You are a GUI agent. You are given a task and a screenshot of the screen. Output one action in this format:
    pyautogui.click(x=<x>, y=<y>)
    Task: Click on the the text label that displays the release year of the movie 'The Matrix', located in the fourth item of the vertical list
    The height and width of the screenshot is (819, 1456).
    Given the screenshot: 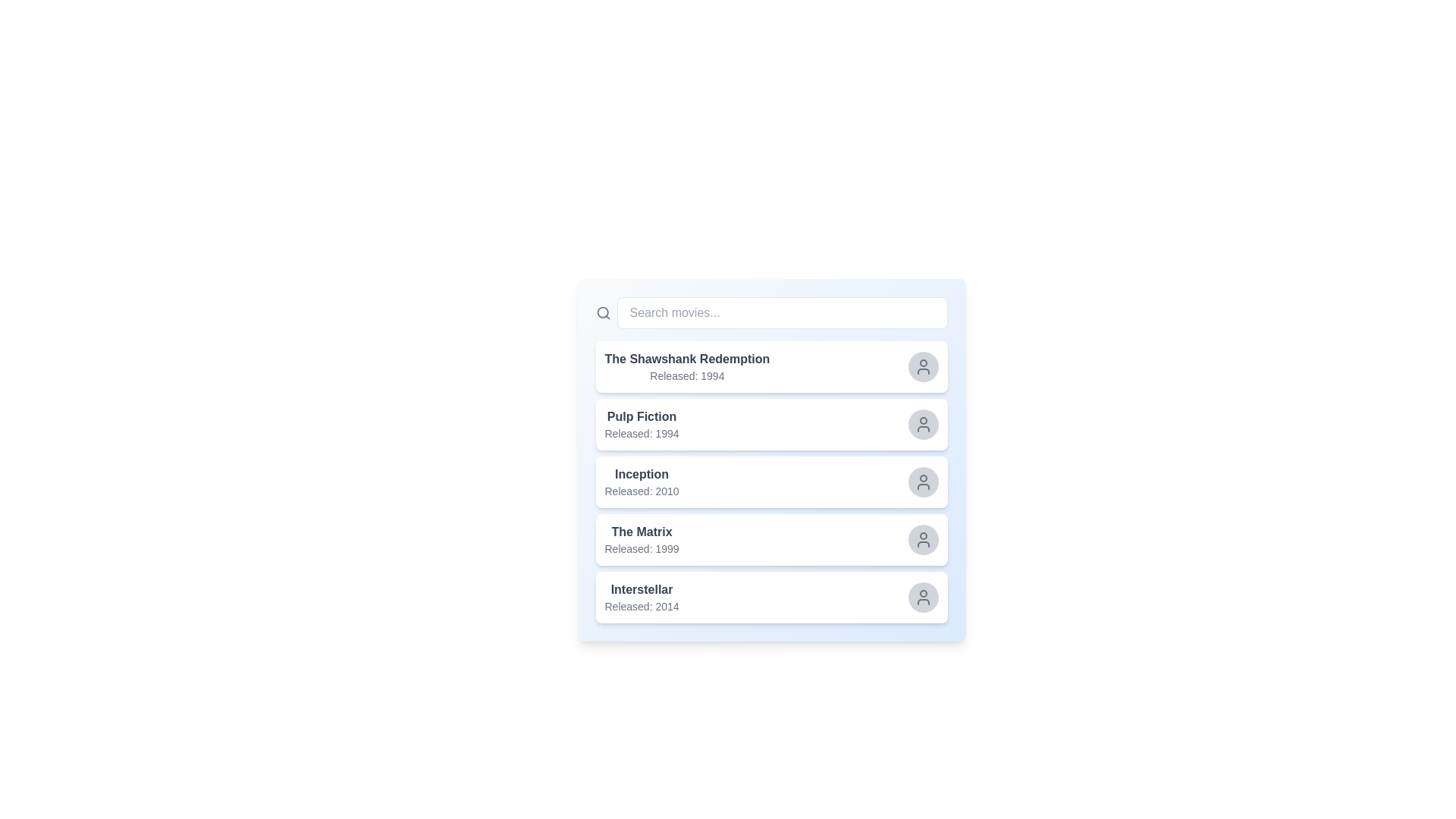 What is the action you would take?
    pyautogui.click(x=642, y=549)
    